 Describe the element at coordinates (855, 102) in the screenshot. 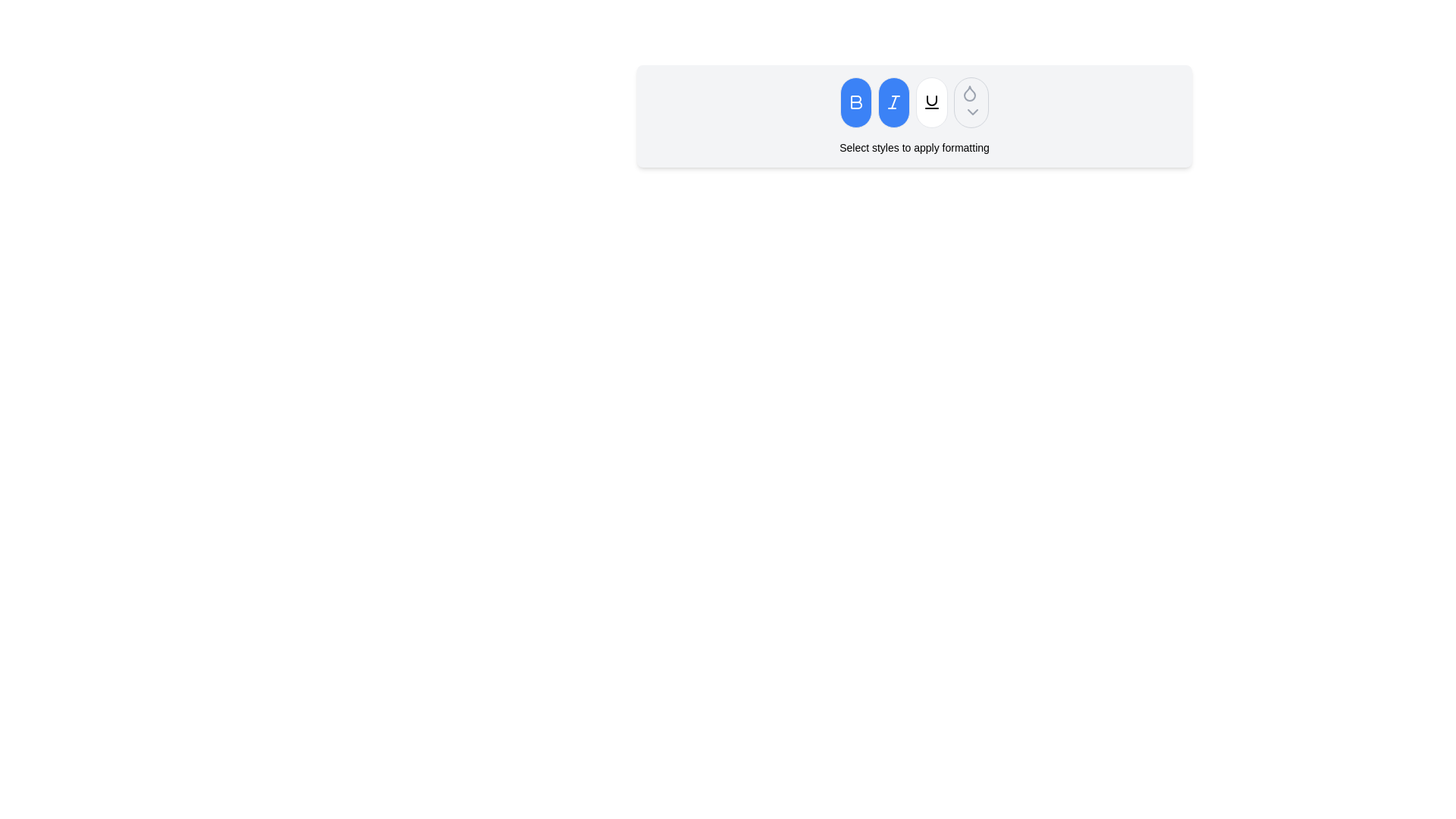

I see `the circular blue button with a white 'B' icon that represents the bold formatting action` at that location.